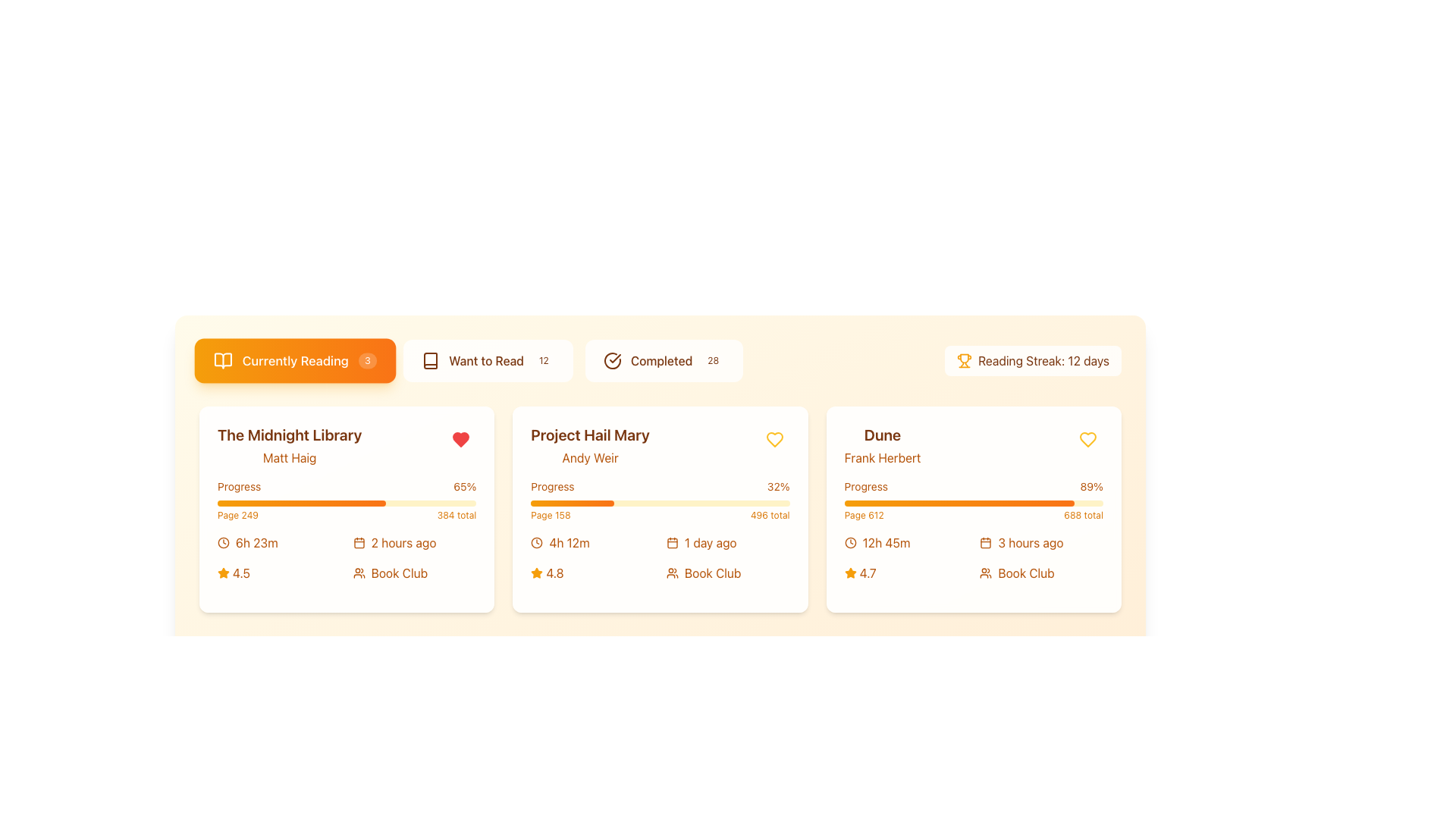 This screenshot has height=819, width=1456. Describe the element at coordinates (460, 439) in the screenshot. I see `the heart-shaped graphical icon located at the top-right corner of 'The Midnight Library' card layout to favorite the content` at that location.